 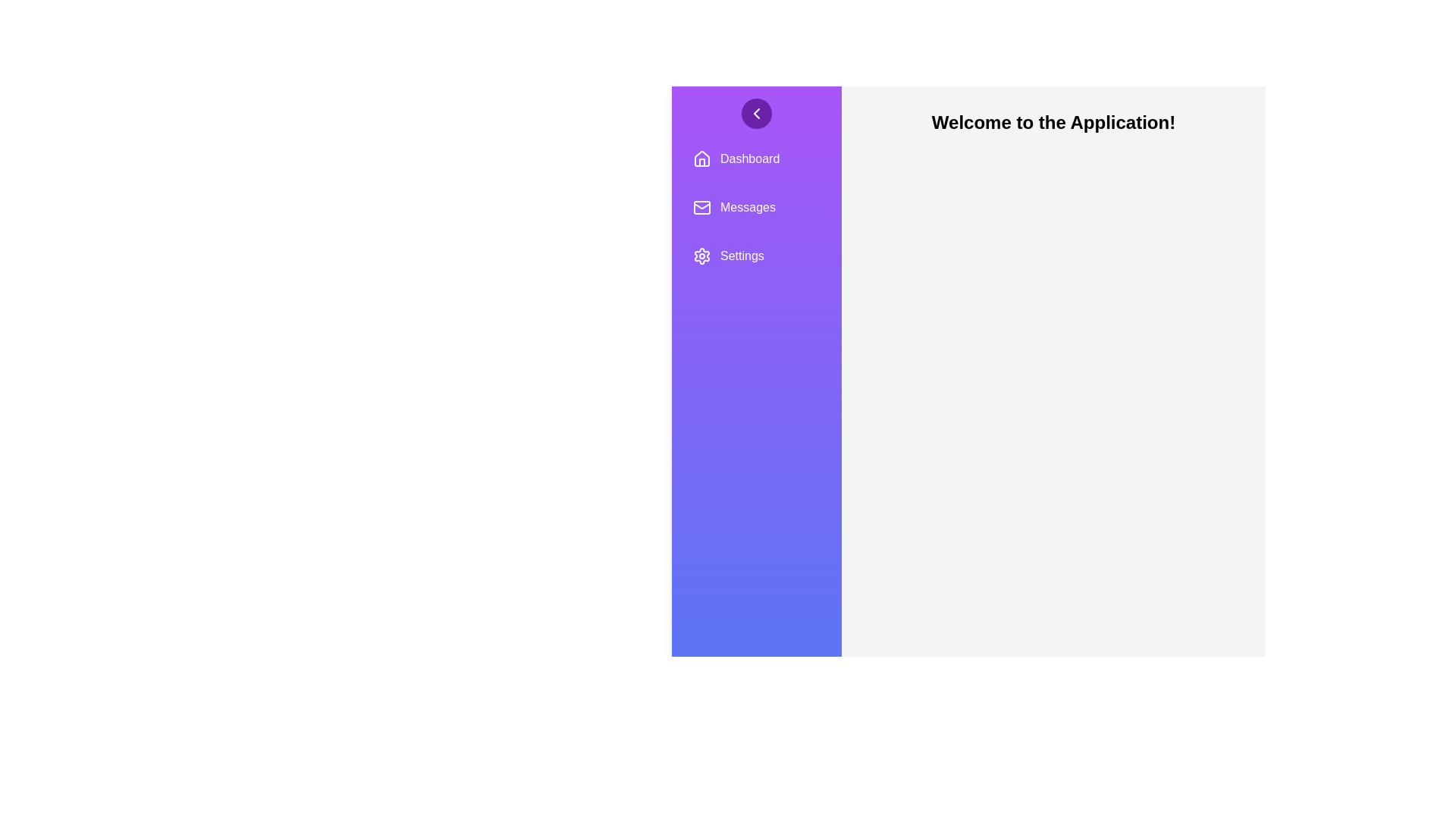 What do you see at coordinates (701, 256) in the screenshot?
I see `the settings icon, which is the third item in the vertical navigation menu in the left sidebar` at bounding box center [701, 256].